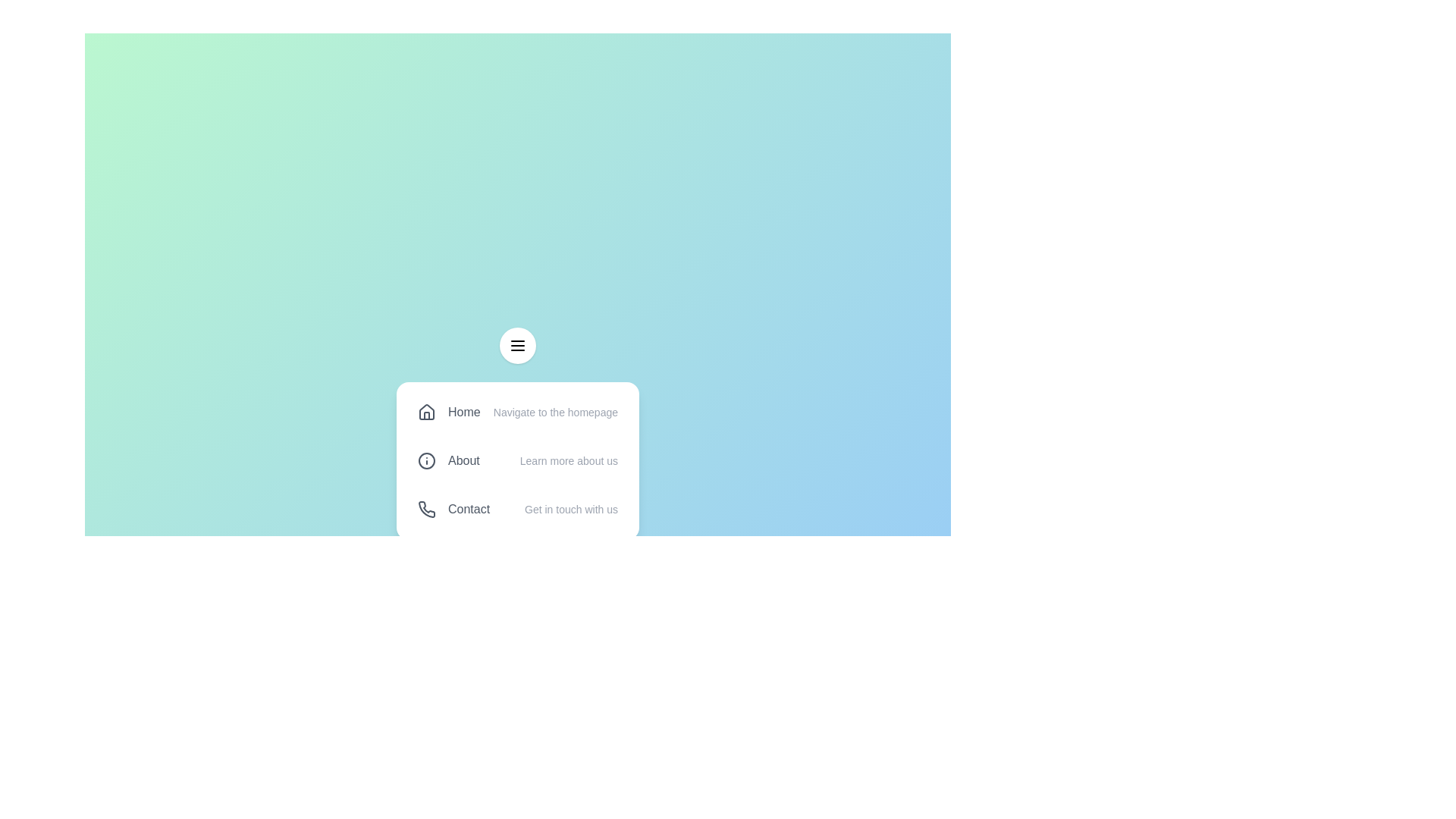 Image resolution: width=1456 pixels, height=819 pixels. Describe the element at coordinates (517, 460) in the screenshot. I see `the menu item About from the menu` at that location.